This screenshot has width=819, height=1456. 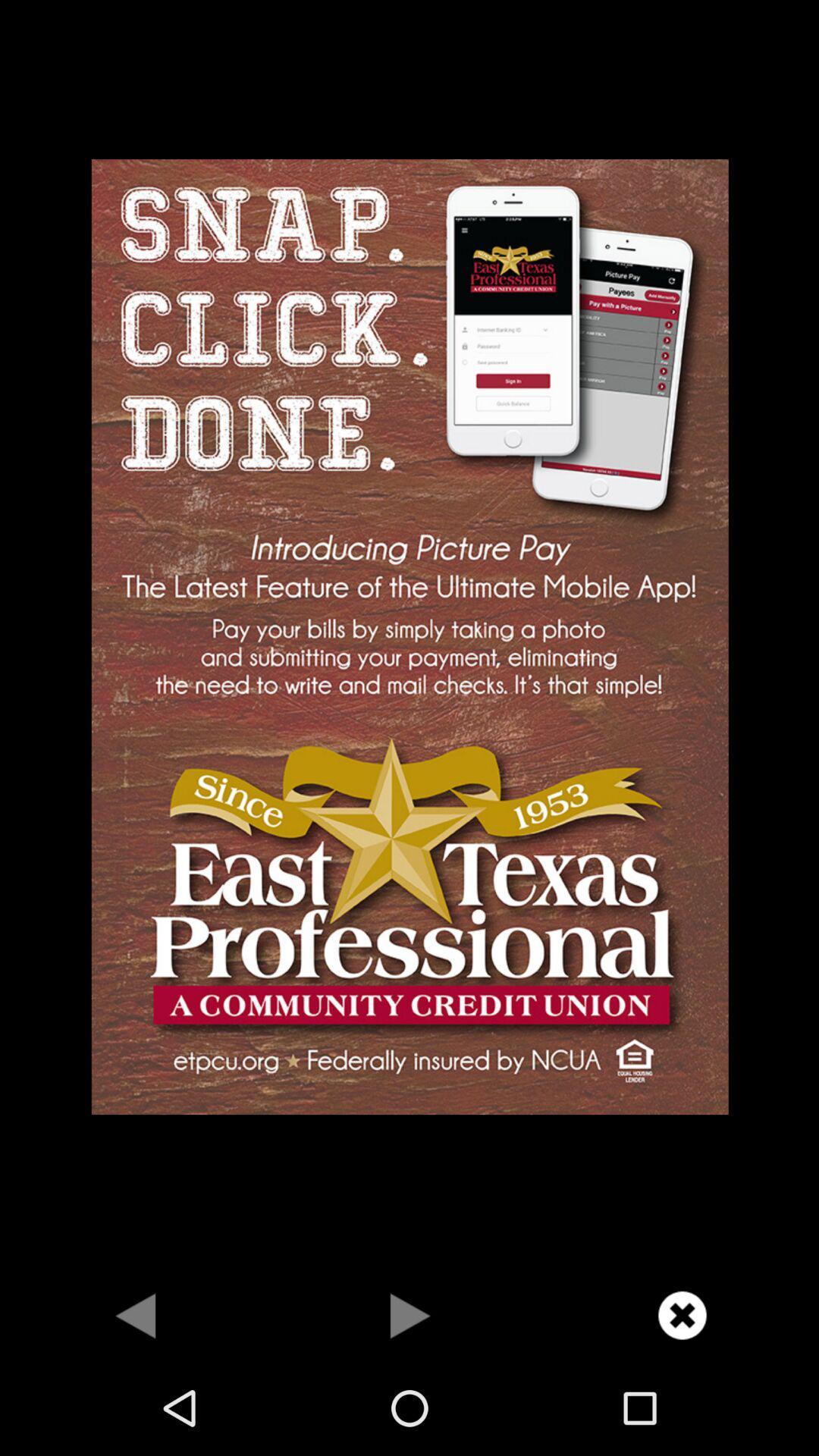 What do you see at coordinates (409, 1314) in the screenshot?
I see `next slide` at bounding box center [409, 1314].